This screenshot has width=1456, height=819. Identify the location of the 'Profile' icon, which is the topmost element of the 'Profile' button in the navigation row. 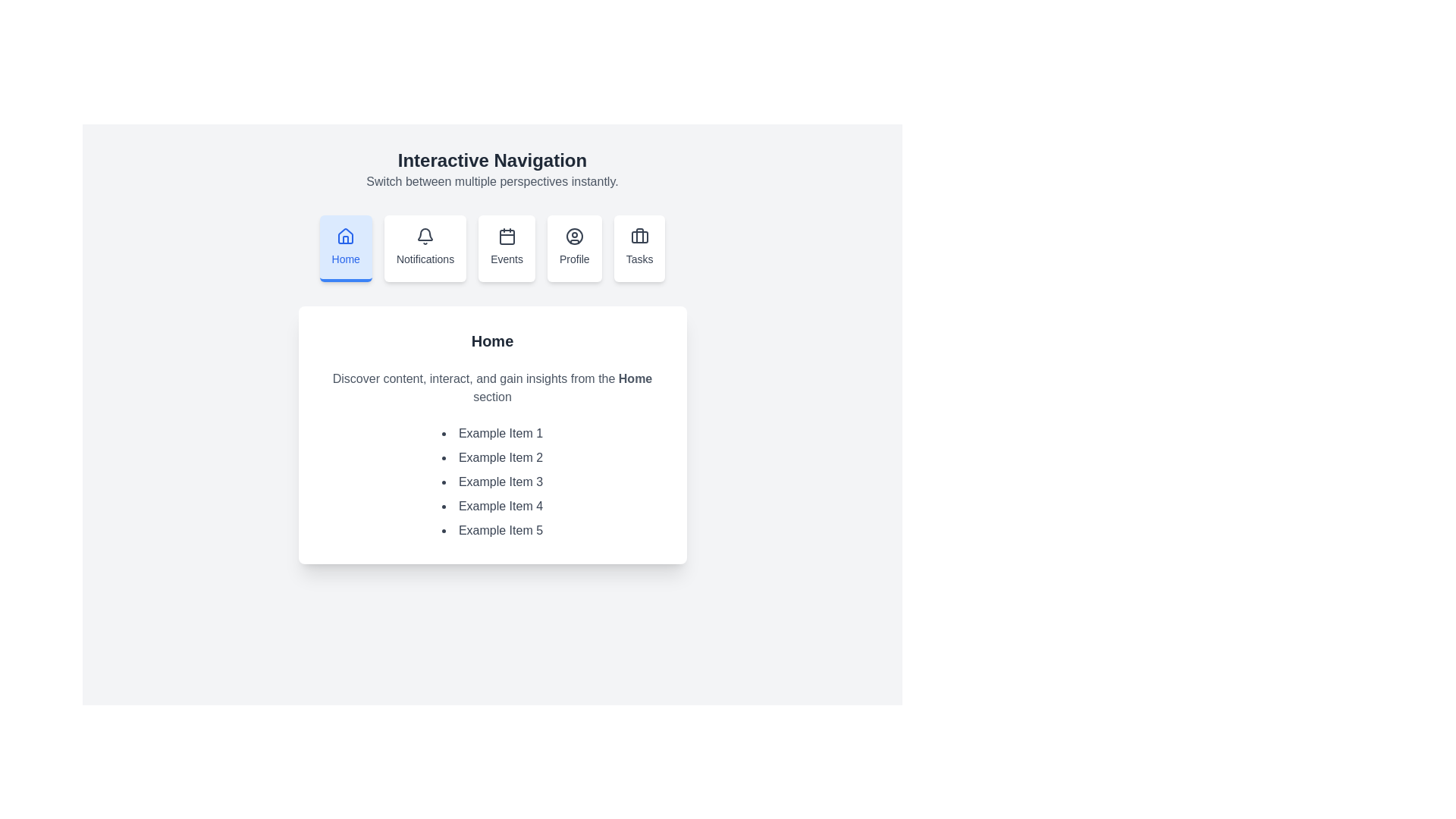
(573, 237).